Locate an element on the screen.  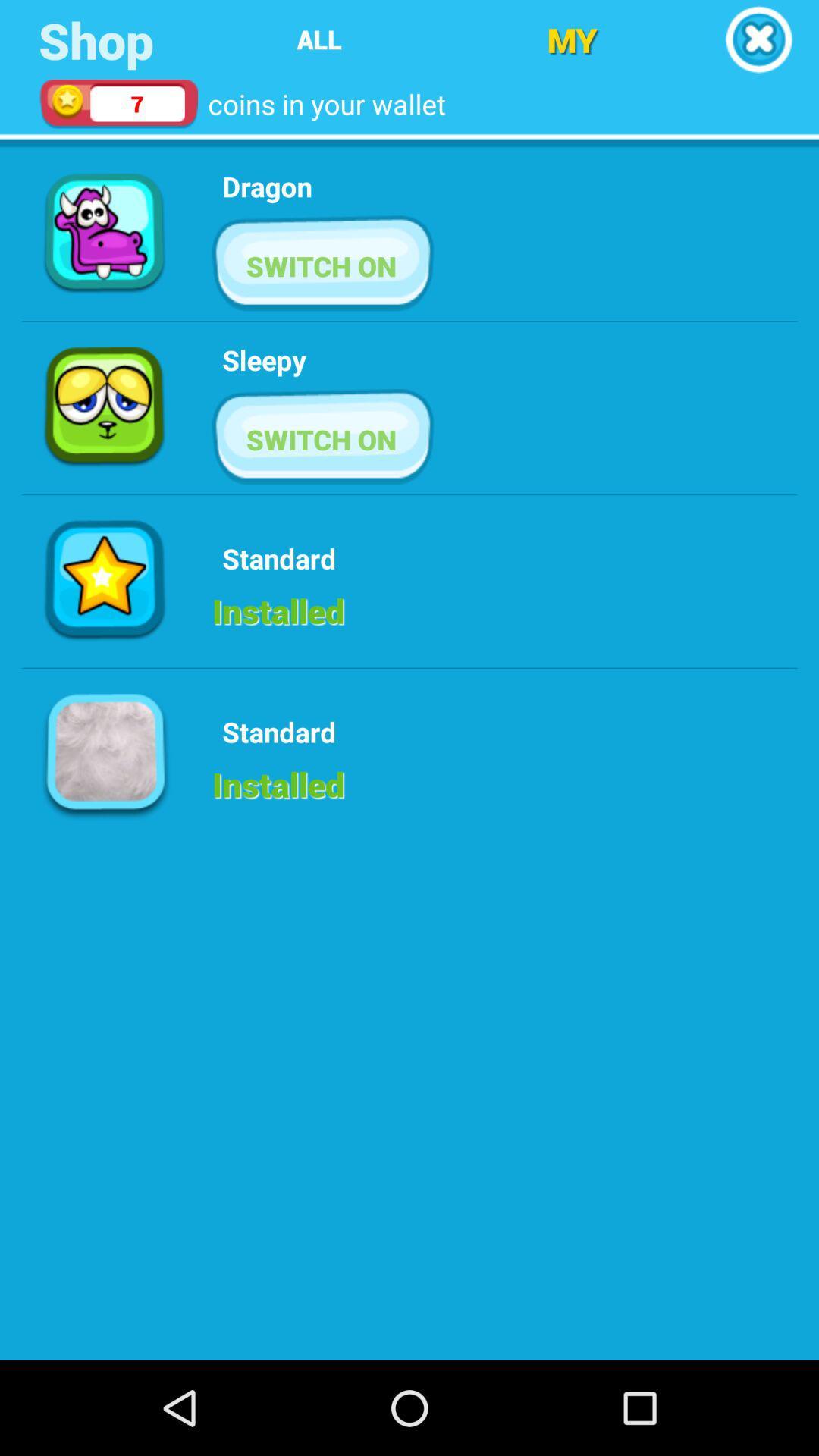
the item to the right of the my icon is located at coordinates (758, 39).